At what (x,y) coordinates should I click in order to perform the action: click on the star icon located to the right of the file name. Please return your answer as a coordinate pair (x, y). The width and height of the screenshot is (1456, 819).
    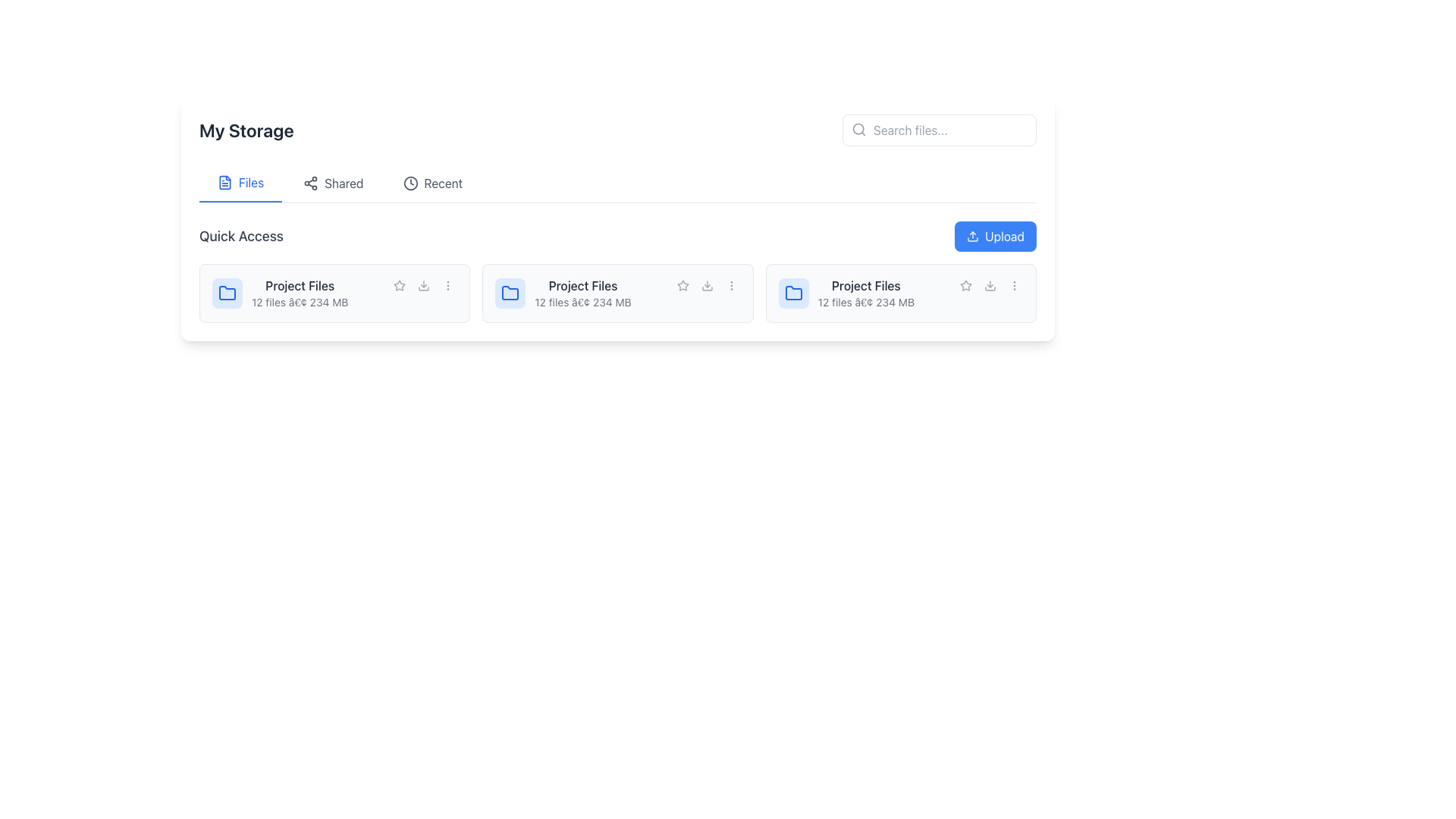
    Looking at the image, I should click on (965, 286).